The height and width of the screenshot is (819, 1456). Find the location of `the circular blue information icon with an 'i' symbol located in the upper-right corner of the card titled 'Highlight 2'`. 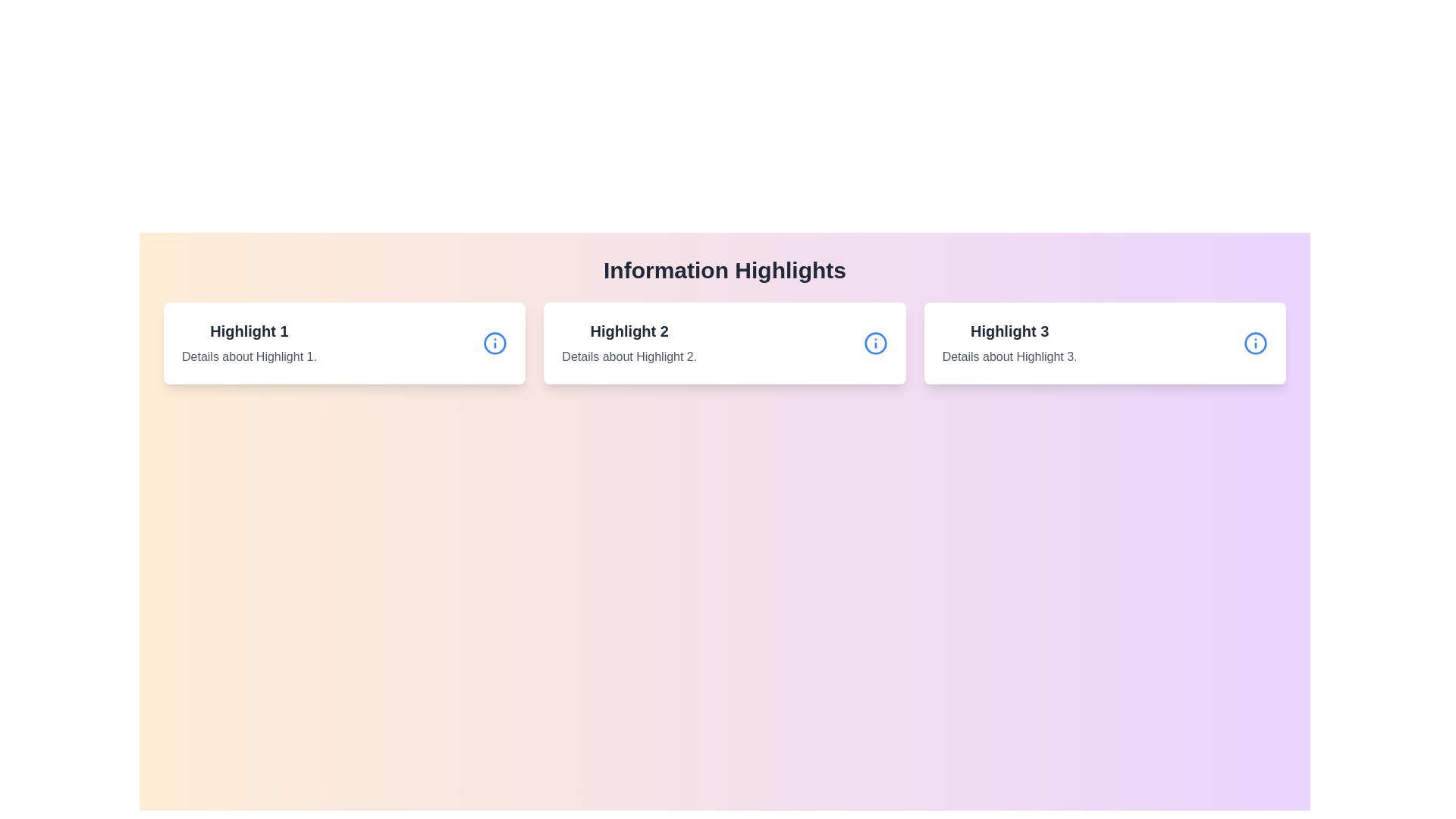

the circular blue information icon with an 'i' symbol located in the upper-right corner of the card titled 'Highlight 2' is located at coordinates (875, 343).